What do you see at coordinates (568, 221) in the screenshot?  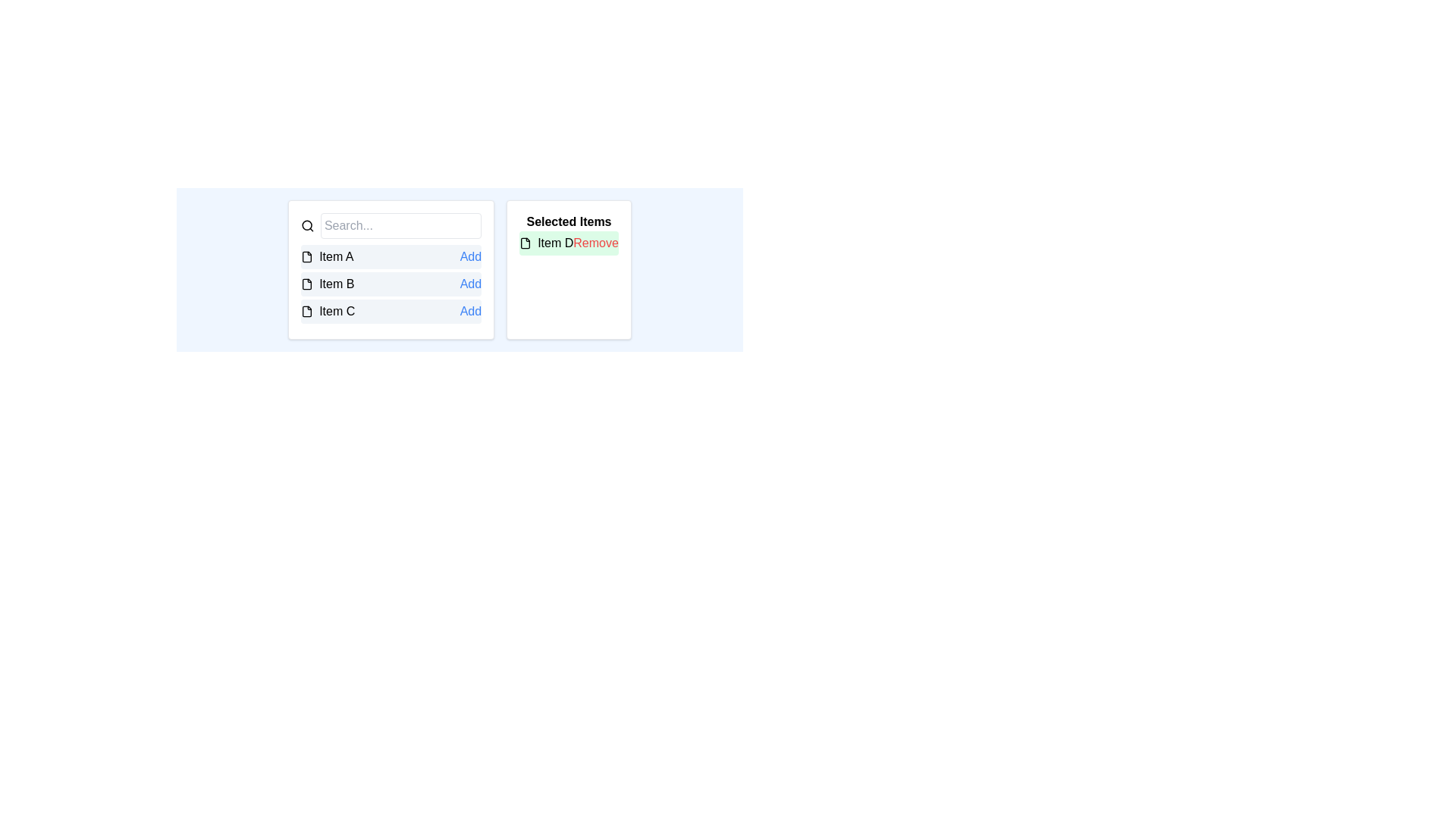 I see `the Text Label that serves as a title or section header for the card, located at the top of the right-hand card, above the item list and 'Remove' button` at bounding box center [568, 221].